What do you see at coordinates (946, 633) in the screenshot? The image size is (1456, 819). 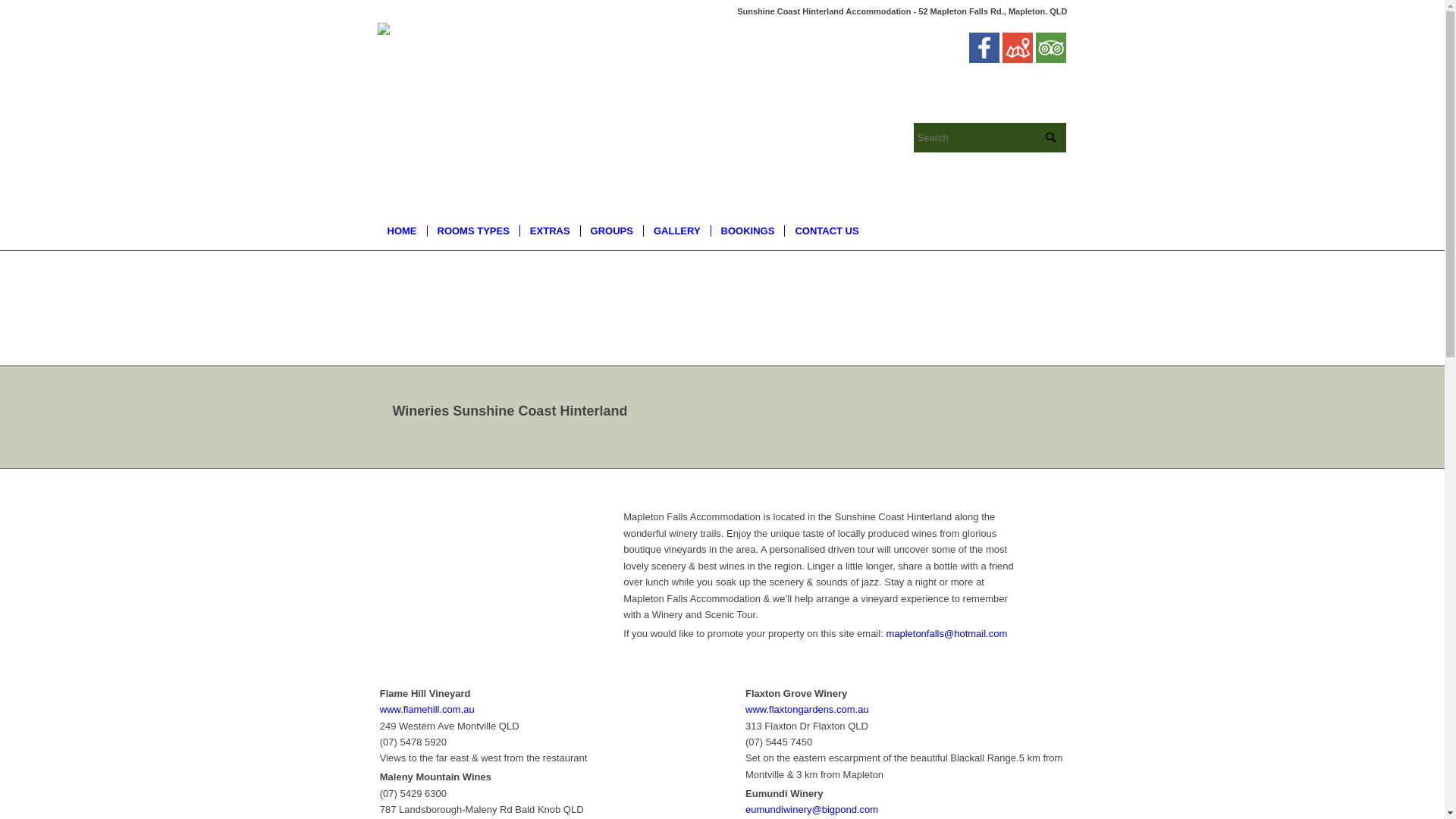 I see `'mapletonfalls@hotmail.com'` at bounding box center [946, 633].